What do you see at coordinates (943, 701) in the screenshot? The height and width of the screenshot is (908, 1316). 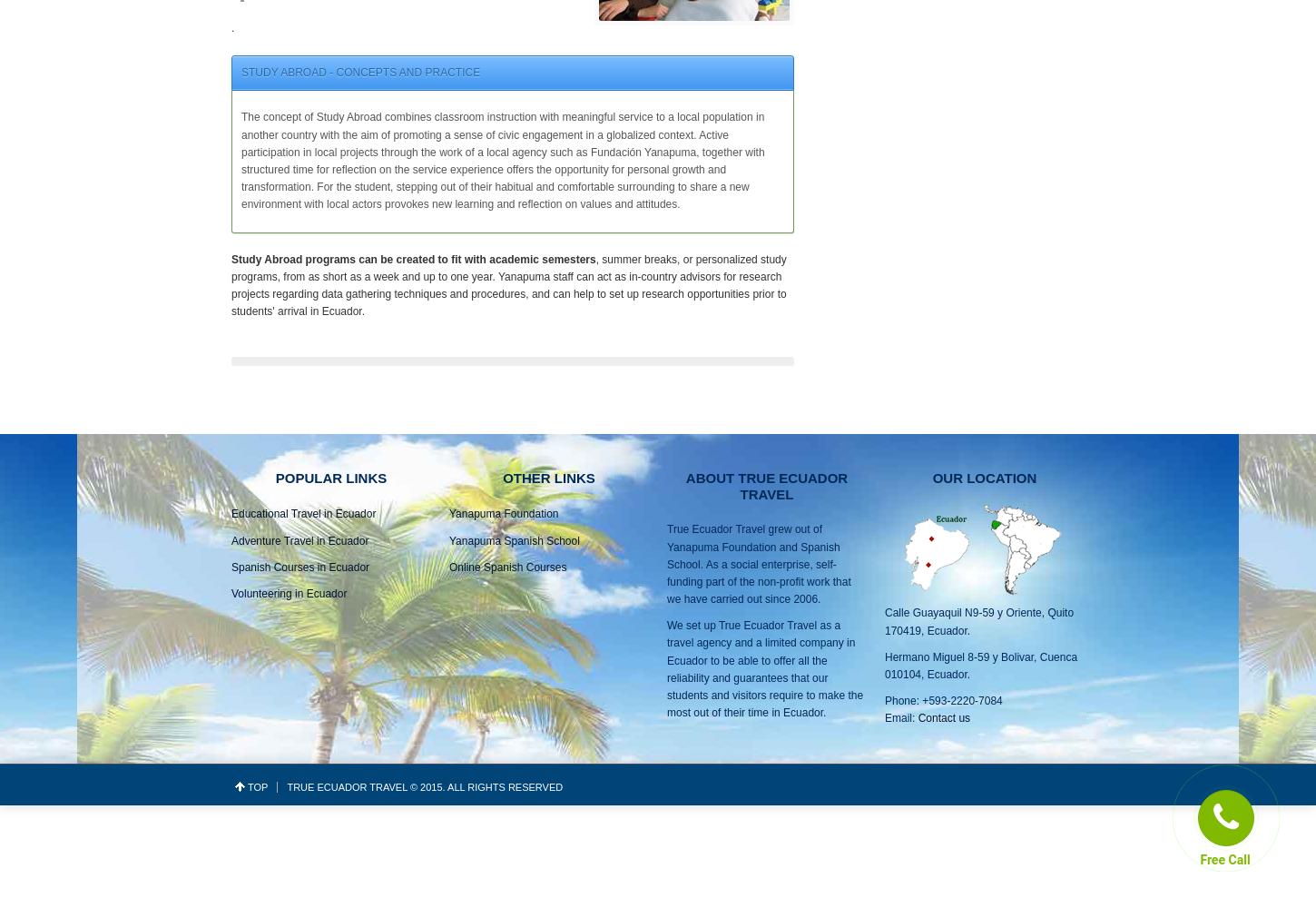 I see `'Phone: +593-2220-7084'` at bounding box center [943, 701].